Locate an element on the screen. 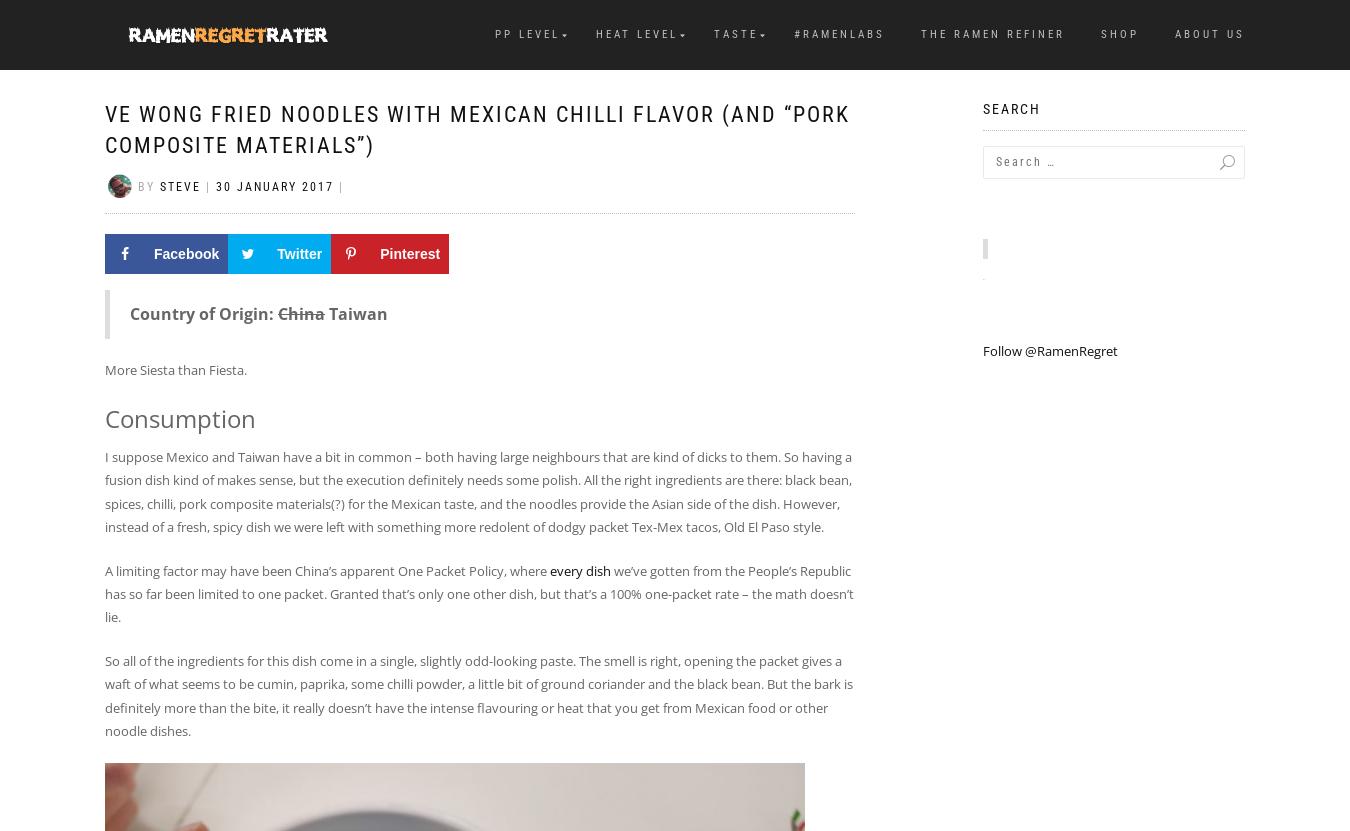 Image resolution: width=1350 pixels, height=831 pixels. 'Consumption' is located at coordinates (180, 417).